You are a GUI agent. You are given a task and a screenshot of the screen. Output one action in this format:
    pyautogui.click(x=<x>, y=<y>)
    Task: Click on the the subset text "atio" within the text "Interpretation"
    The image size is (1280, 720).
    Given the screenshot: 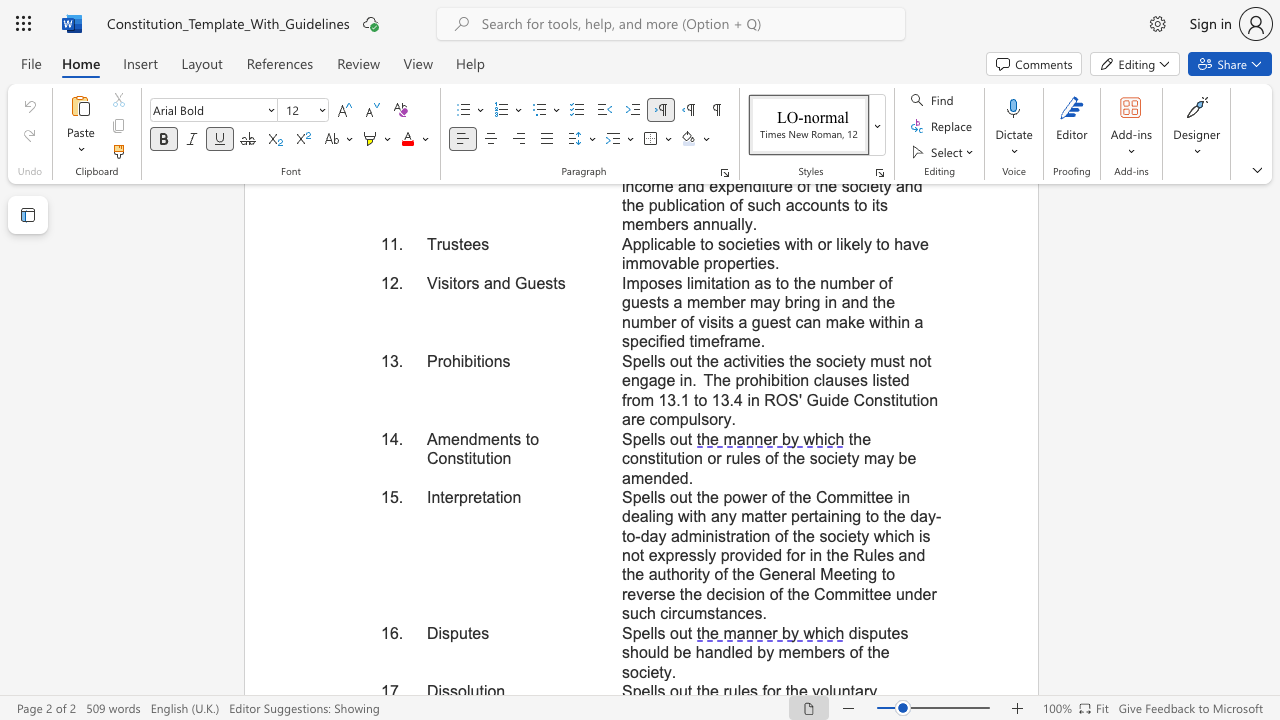 What is the action you would take?
    pyautogui.click(x=486, y=496)
    